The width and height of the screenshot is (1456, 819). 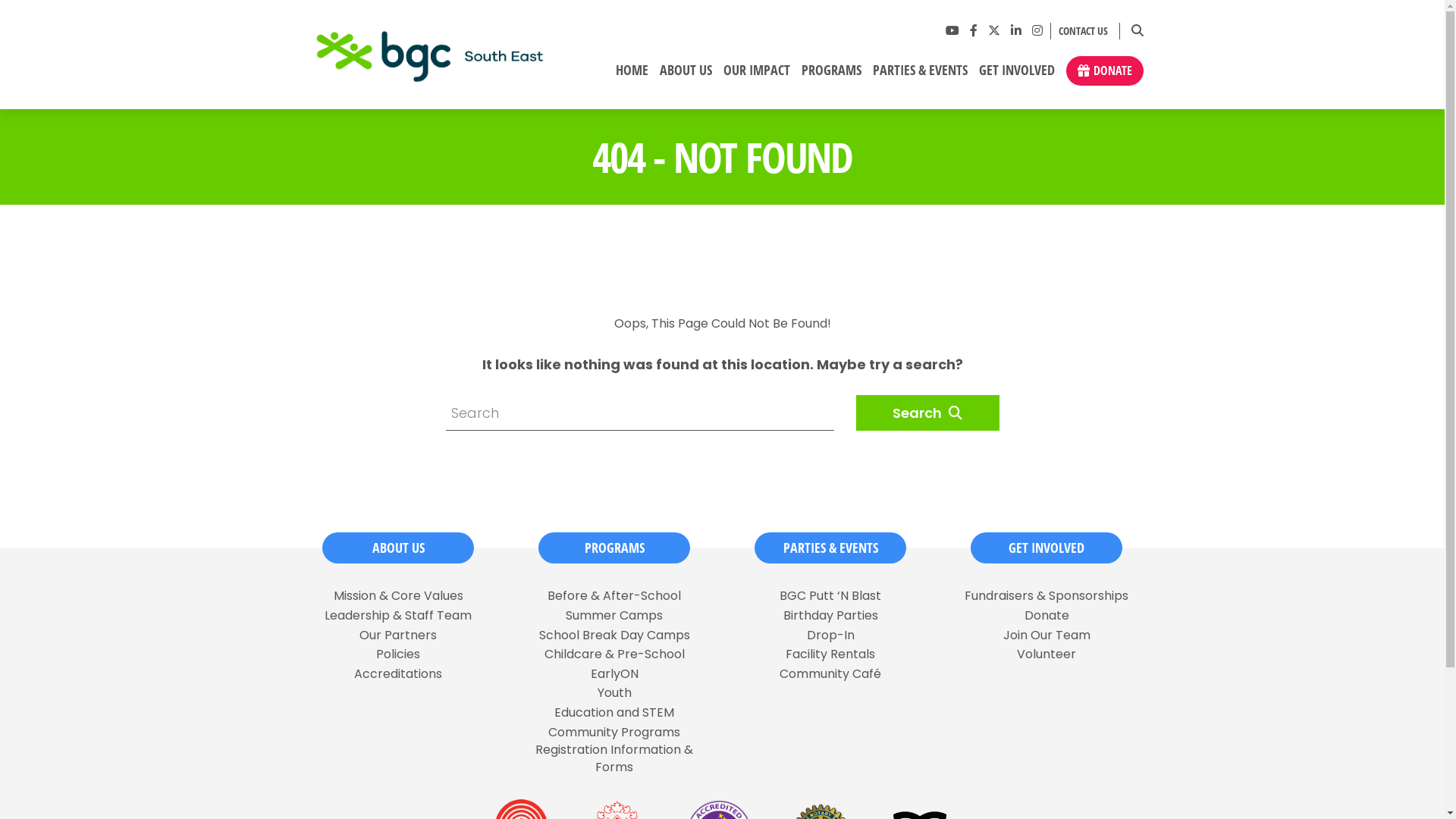 I want to click on 'ABOUT US', so click(x=684, y=76).